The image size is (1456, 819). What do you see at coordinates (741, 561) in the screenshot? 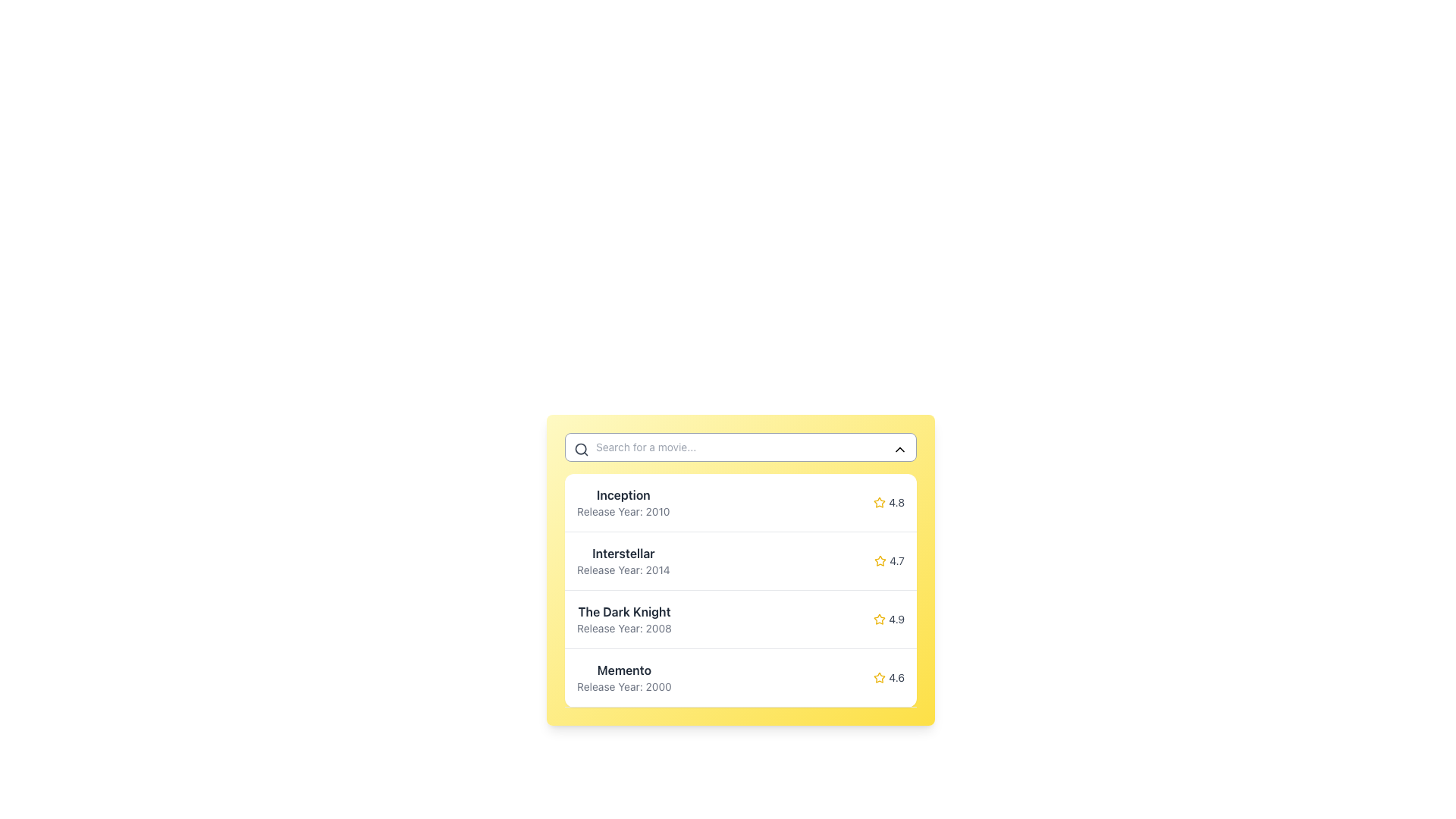
I see `the second row in the movie list` at bounding box center [741, 561].